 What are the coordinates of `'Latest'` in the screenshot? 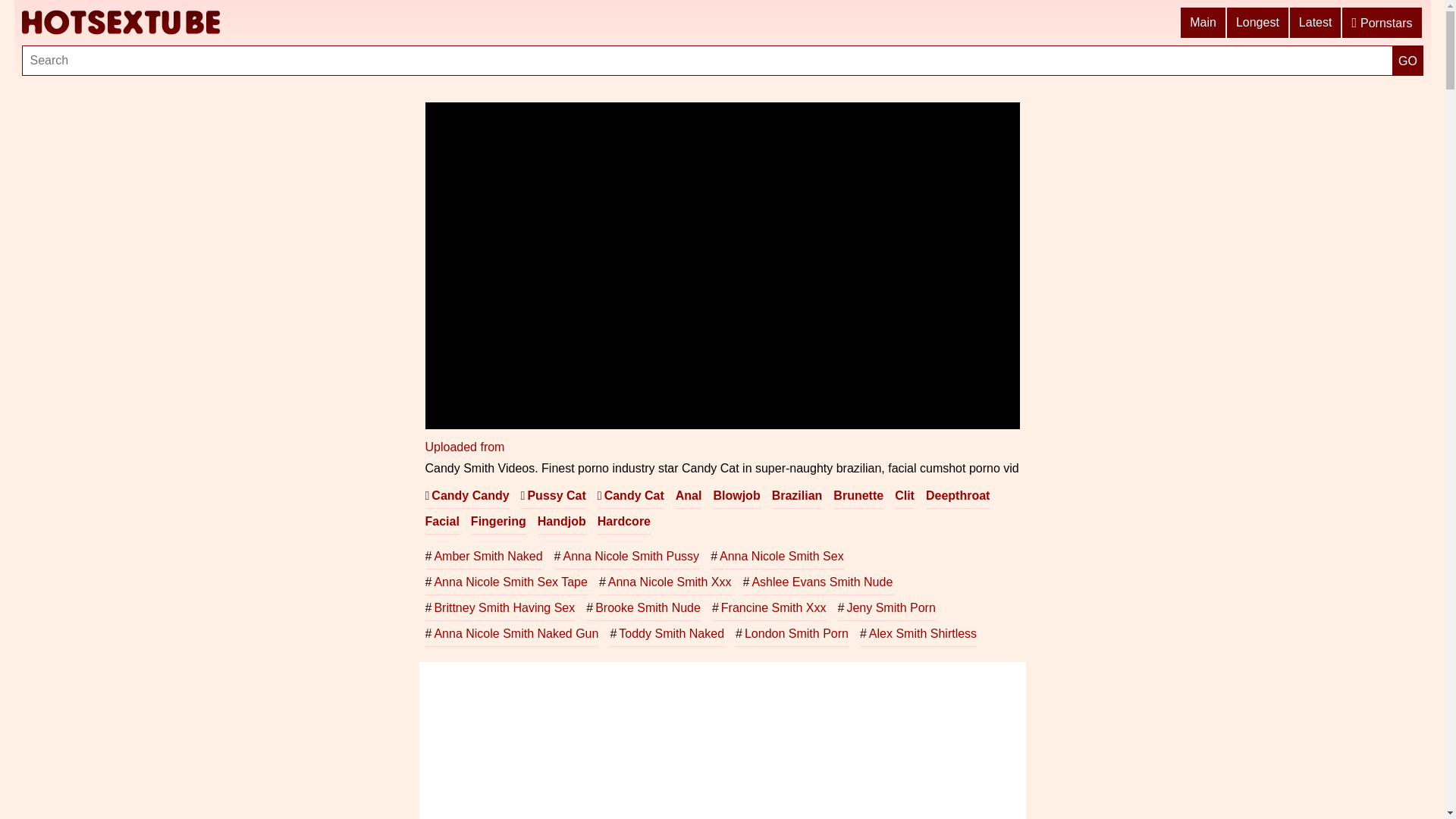 It's located at (1316, 23).